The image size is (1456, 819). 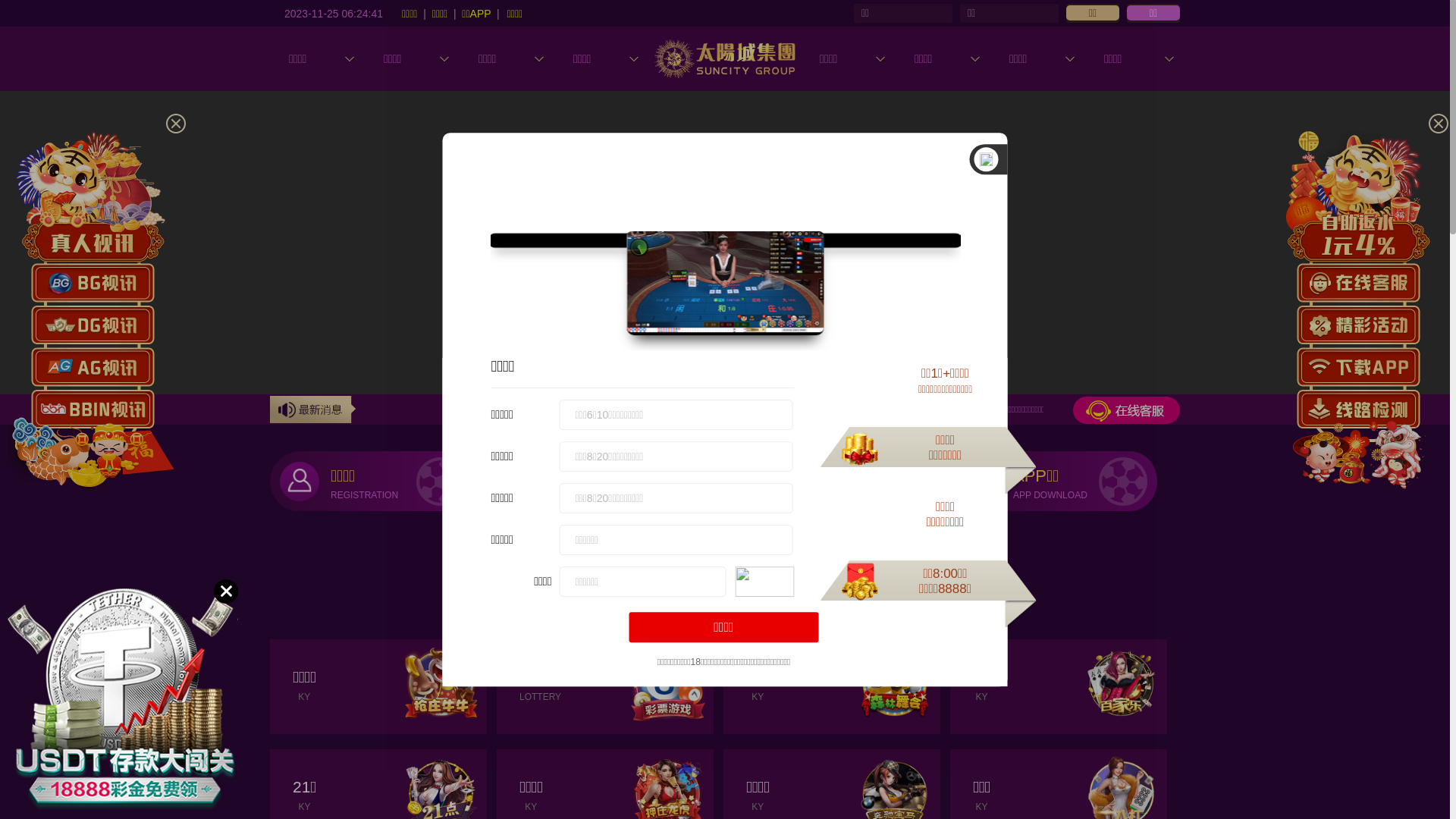 I want to click on '2023-11-25 06:24:39', so click(x=333, y=12).